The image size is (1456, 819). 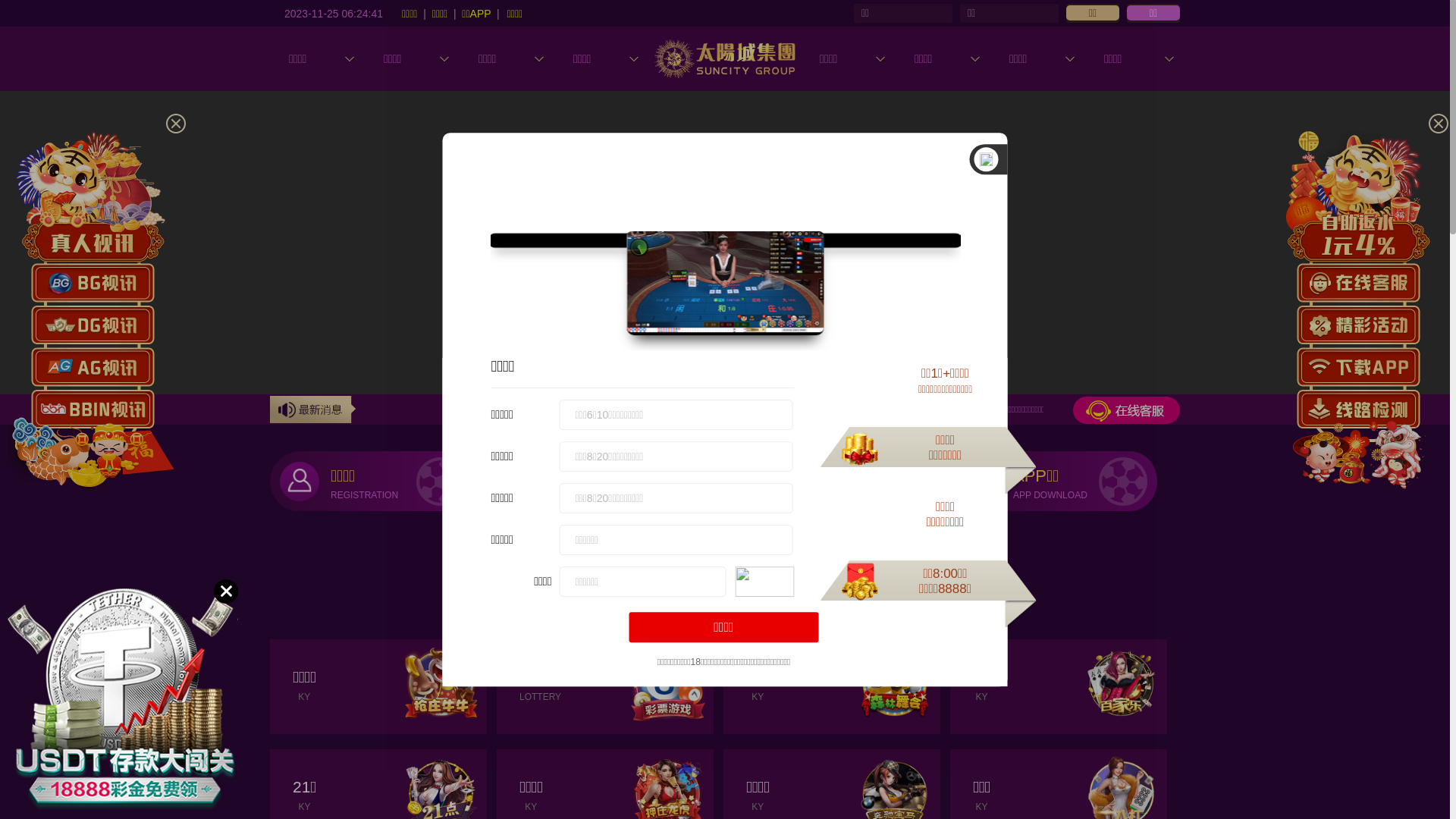 I want to click on '2023-11-25 06:24:39', so click(x=333, y=12).